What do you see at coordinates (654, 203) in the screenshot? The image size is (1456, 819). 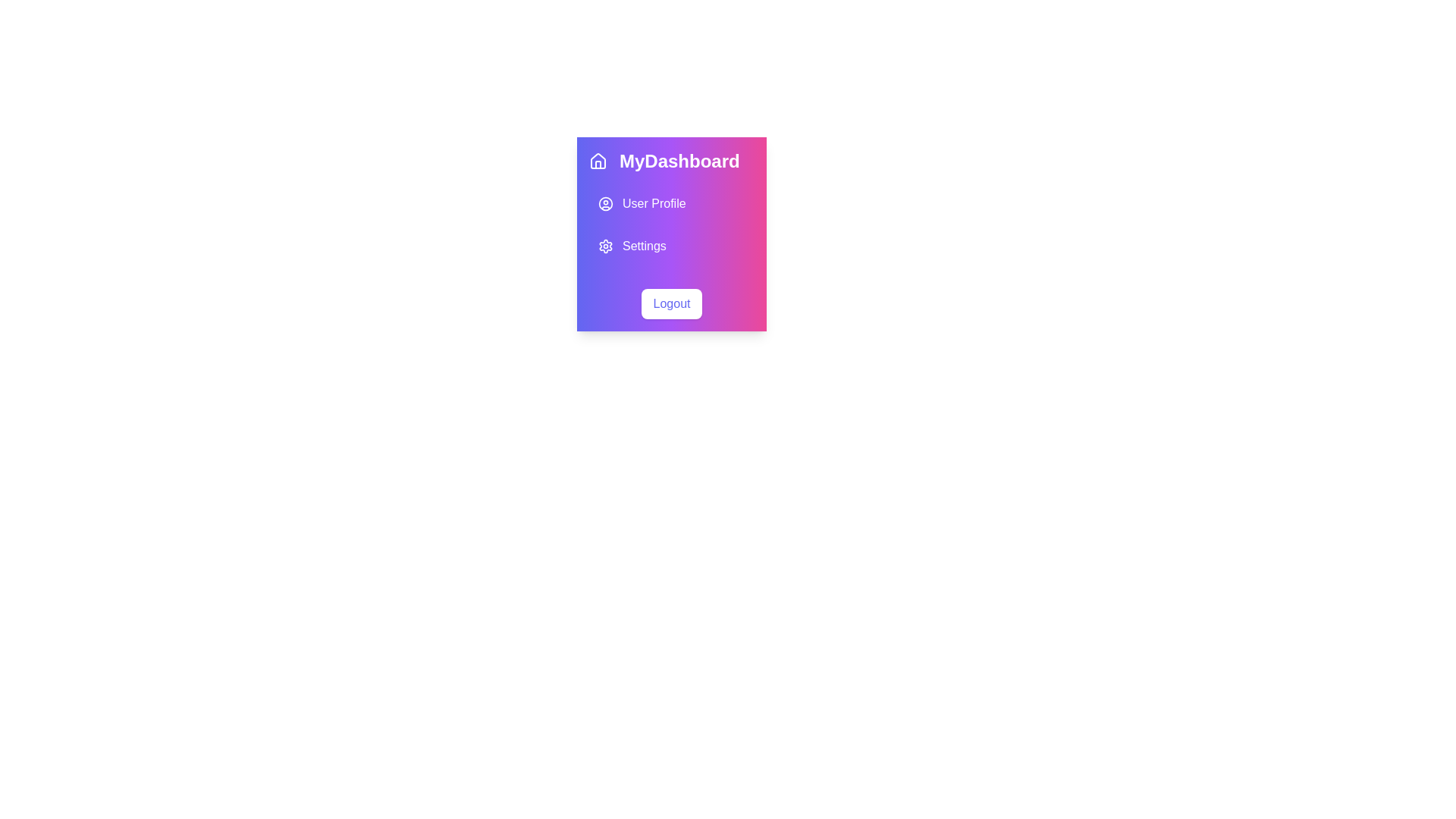 I see `the 'User Profile' text label, which is displayed in white on a gradient background from purple to pink, located within the second item of a vertical list in the dashboard interface` at bounding box center [654, 203].